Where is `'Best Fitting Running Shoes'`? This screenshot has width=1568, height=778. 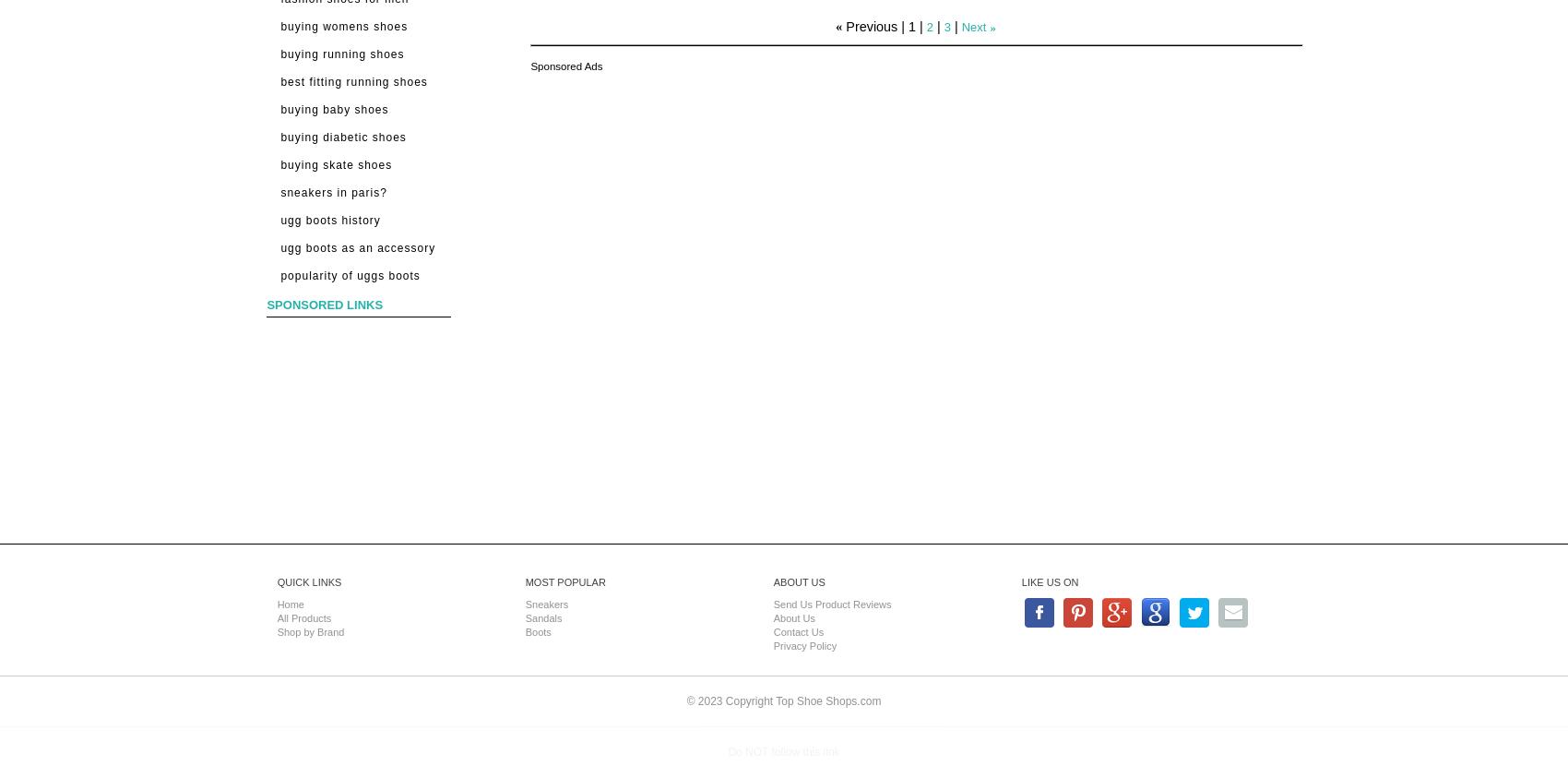
'Best Fitting Running Shoes' is located at coordinates (352, 81).